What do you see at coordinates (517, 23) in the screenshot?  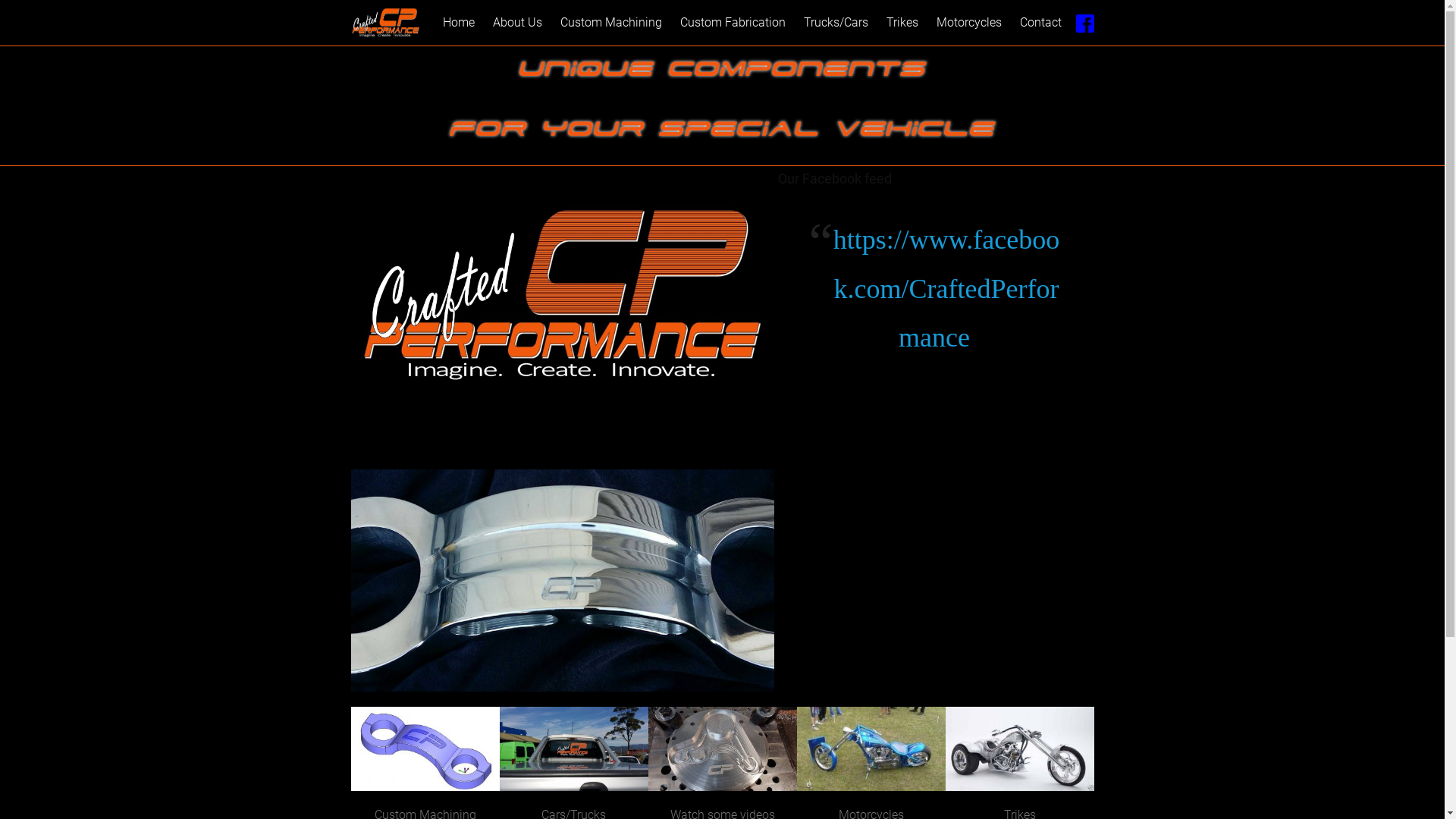 I see `'About Us'` at bounding box center [517, 23].